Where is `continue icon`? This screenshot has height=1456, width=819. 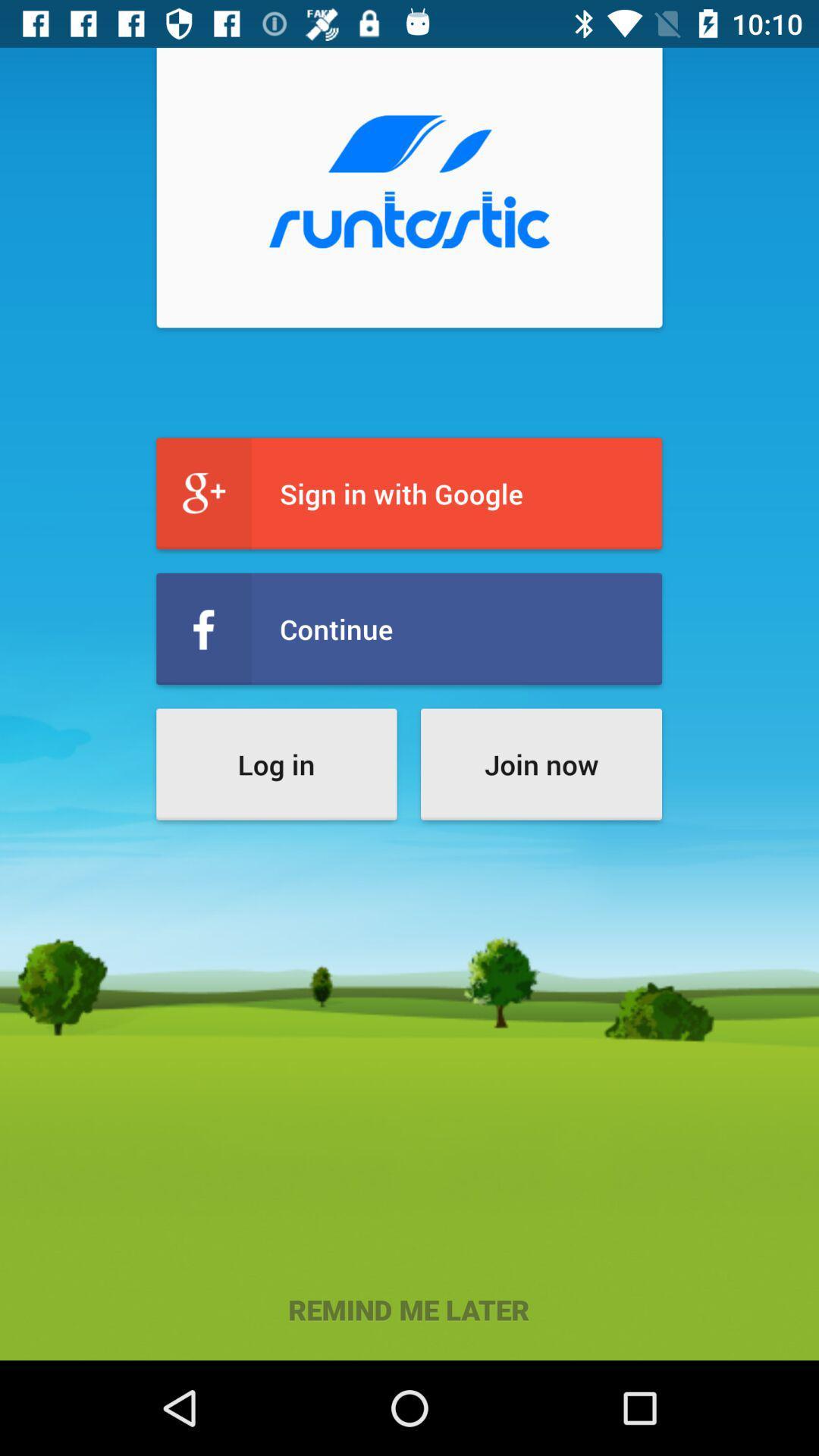
continue icon is located at coordinates (408, 629).